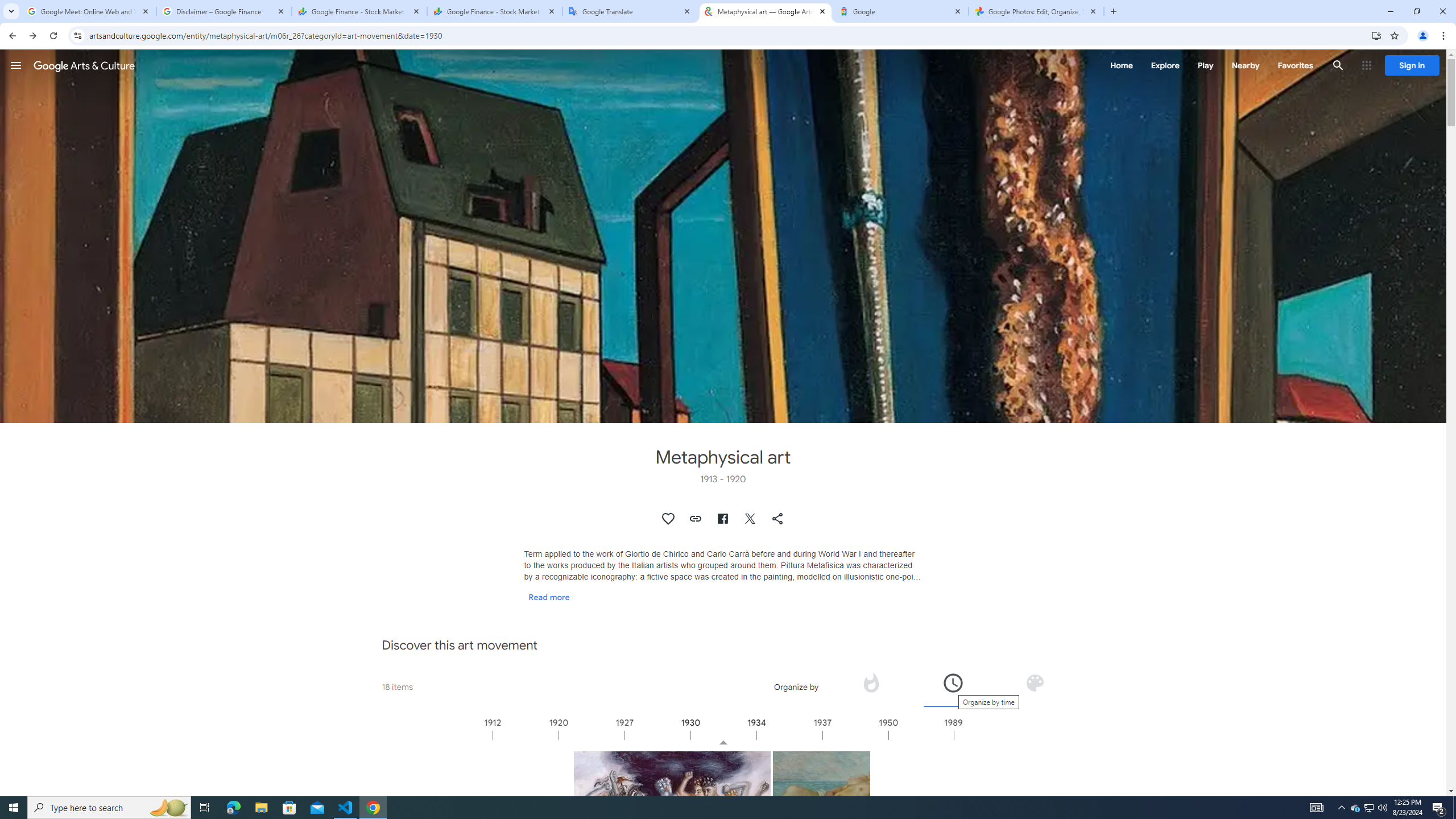 The height and width of the screenshot is (819, 1456). What do you see at coordinates (1120, 65) in the screenshot?
I see `'Home'` at bounding box center [1120, 65].